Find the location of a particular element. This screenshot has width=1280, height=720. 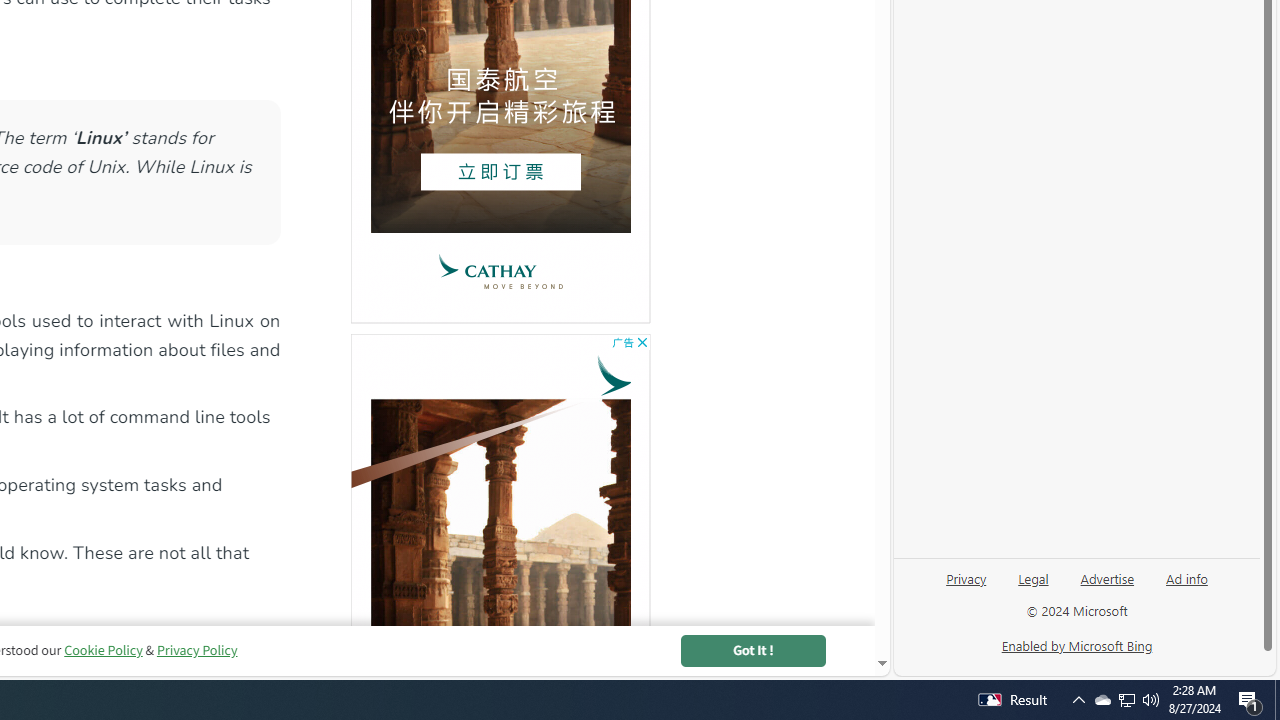

'Privacy Policy' is located at coordinates (197, 650).